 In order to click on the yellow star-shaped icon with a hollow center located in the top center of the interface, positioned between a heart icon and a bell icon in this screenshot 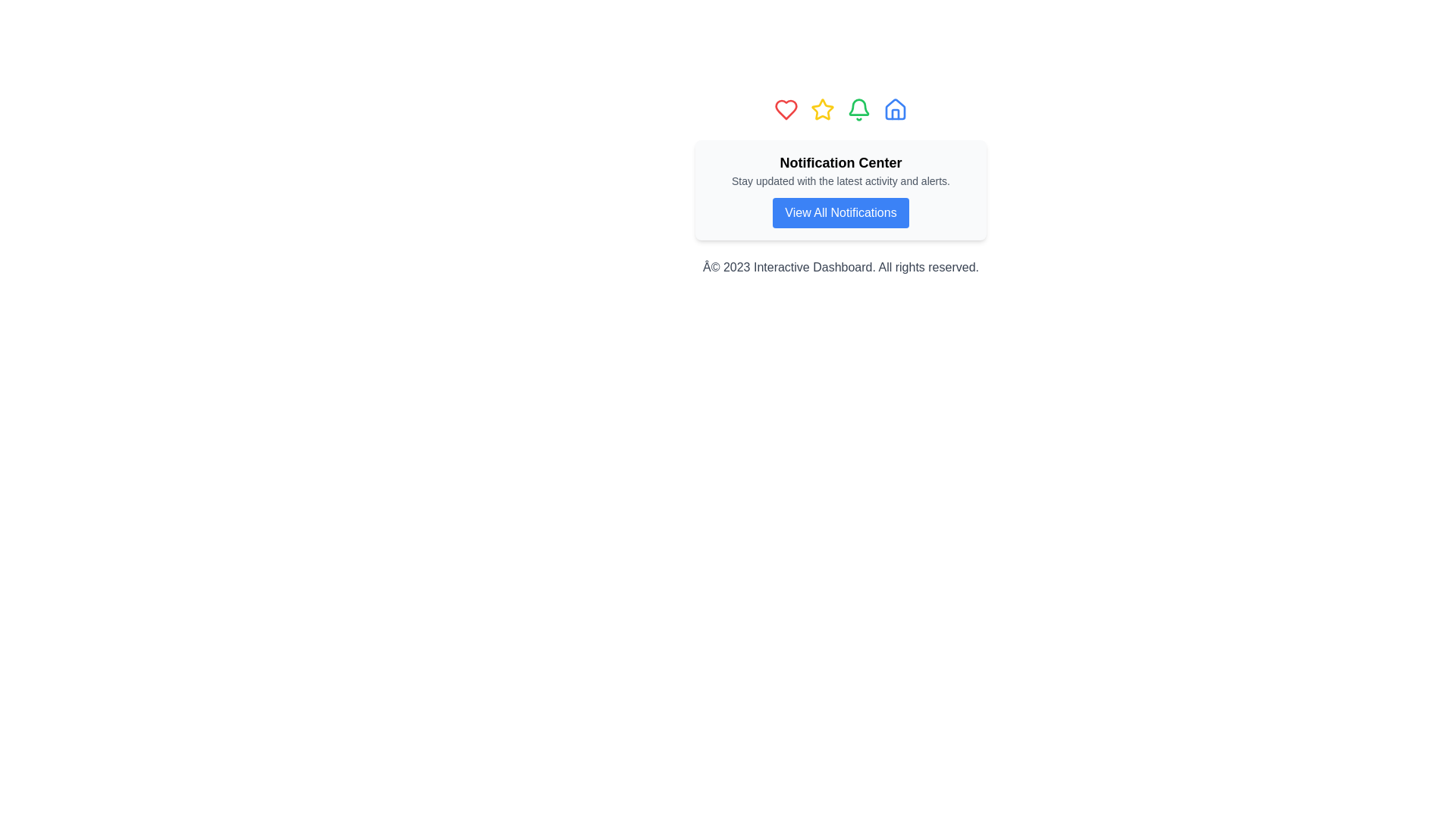, I will do `click(821, 108)`.